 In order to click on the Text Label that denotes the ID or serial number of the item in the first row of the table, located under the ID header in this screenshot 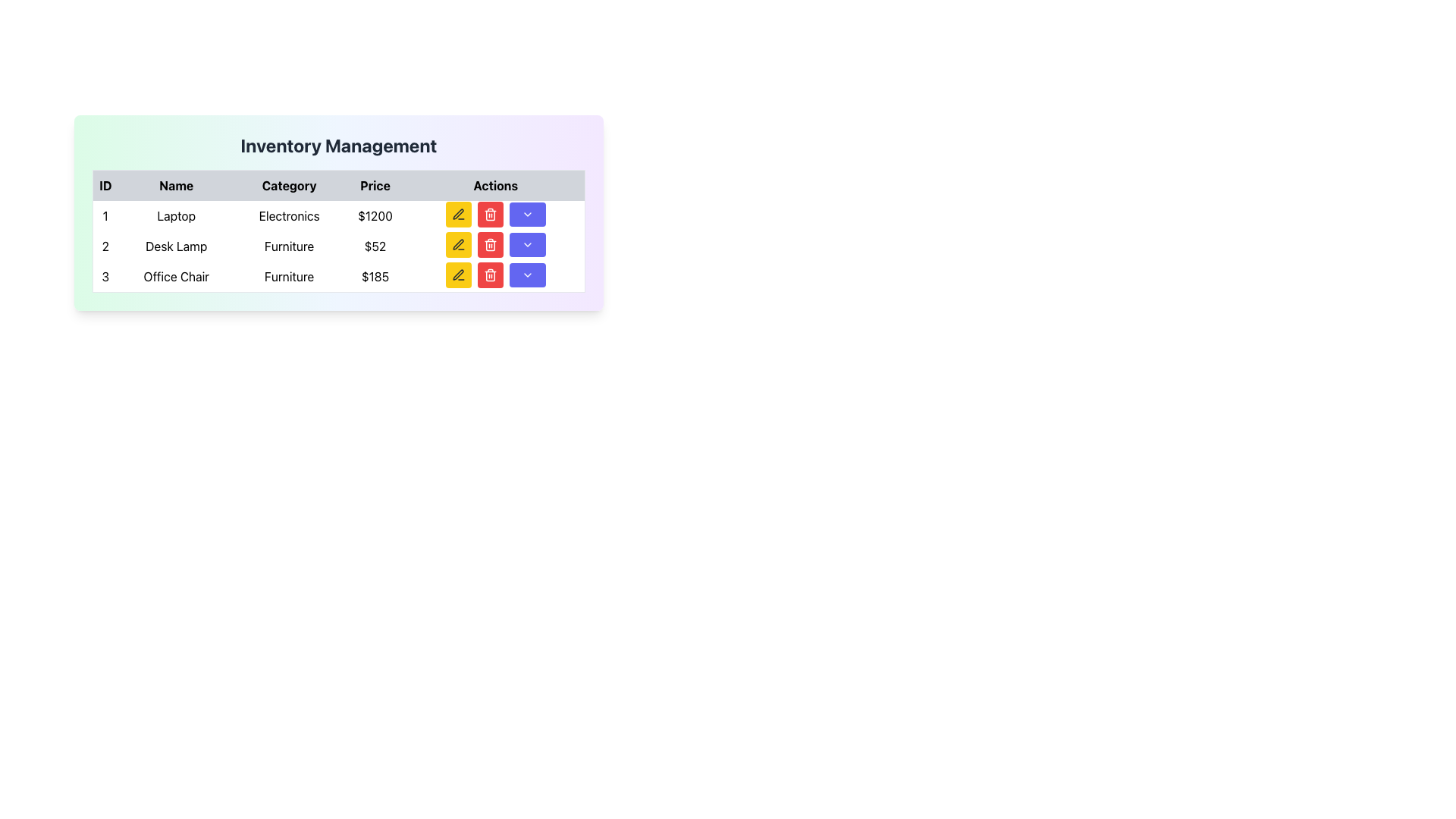, I will do `click(105, 216)`.